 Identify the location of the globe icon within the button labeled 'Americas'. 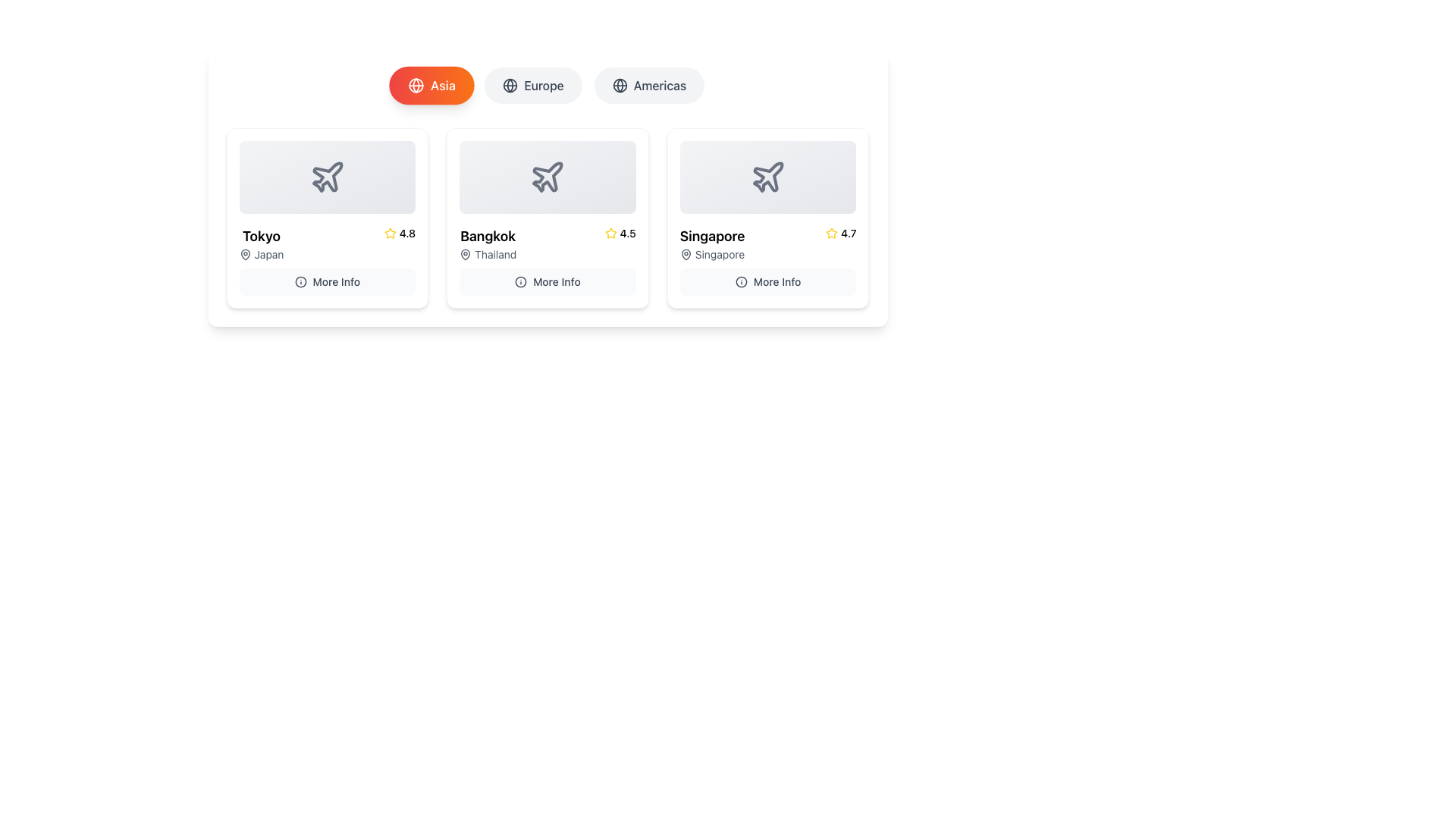
(620, 85).